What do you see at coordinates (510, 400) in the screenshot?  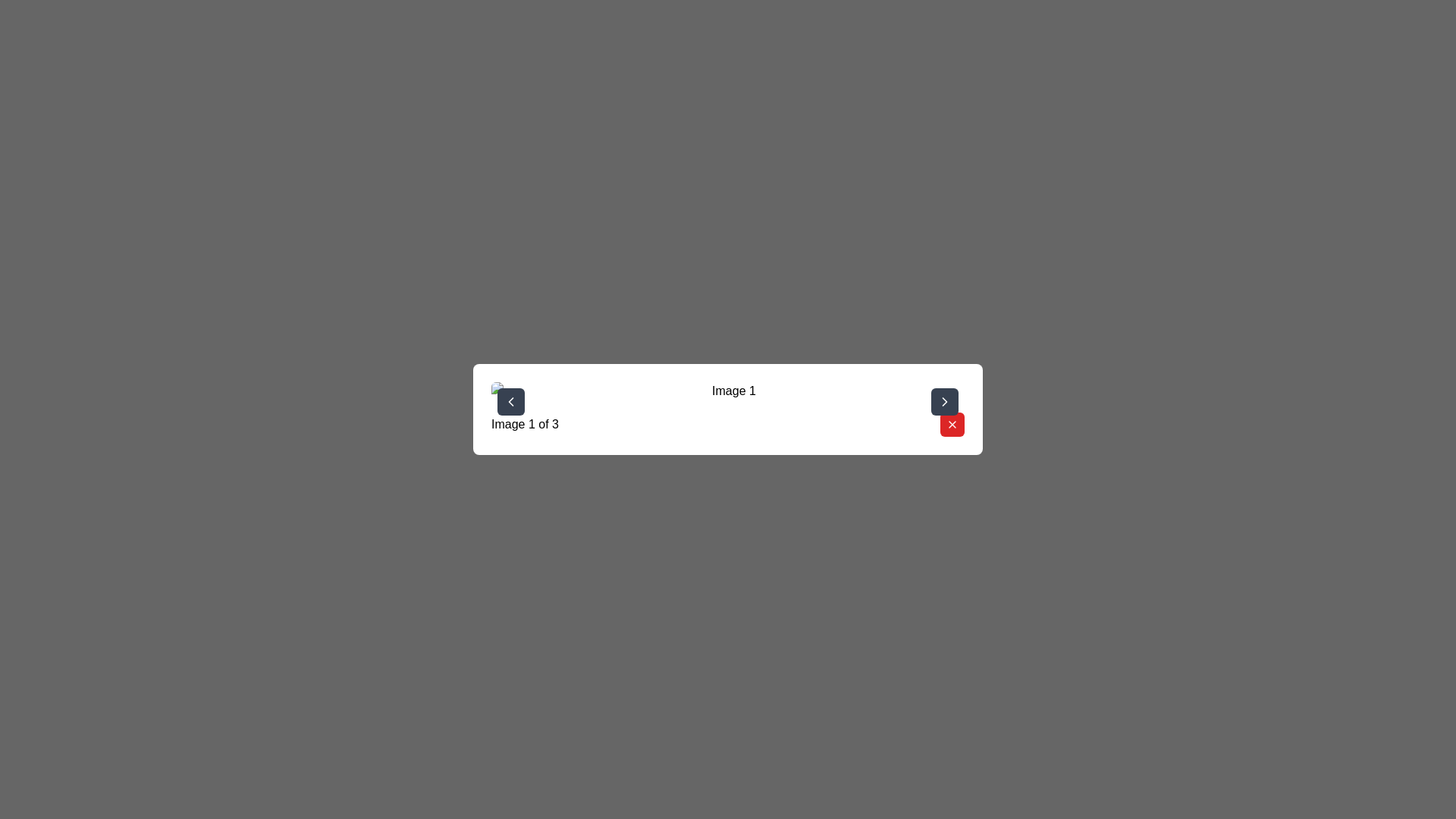 I see `the 'Previous' Icon Button located near the left edge of the navigation bar` at bounding box center [510, 400].